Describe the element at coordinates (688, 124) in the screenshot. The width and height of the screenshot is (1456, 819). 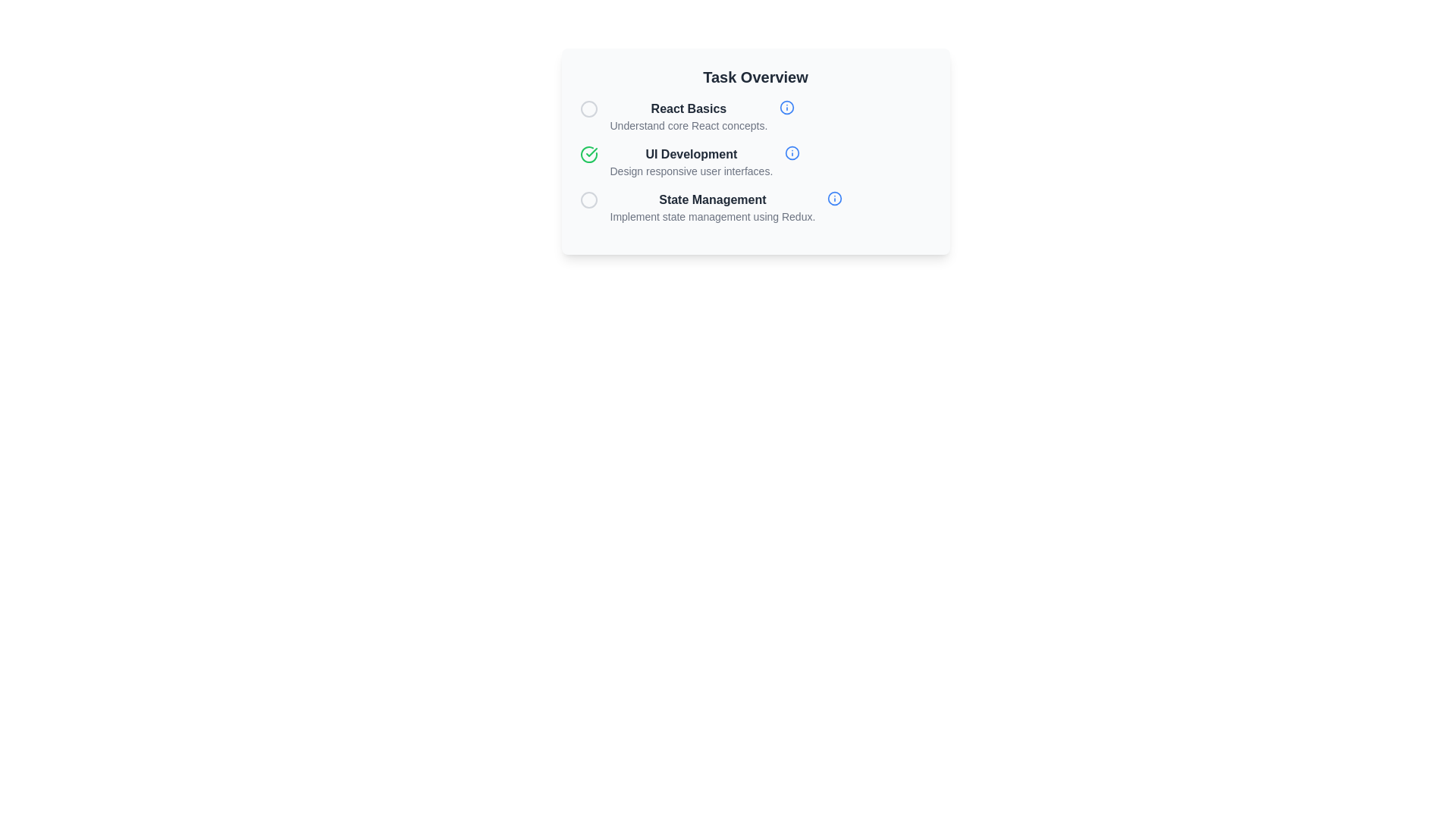
I see `the static text element displaying 'Understand core React concepts.' which is positioned below the heading 'React Basics' in the 'Task Overview' card` at that location.